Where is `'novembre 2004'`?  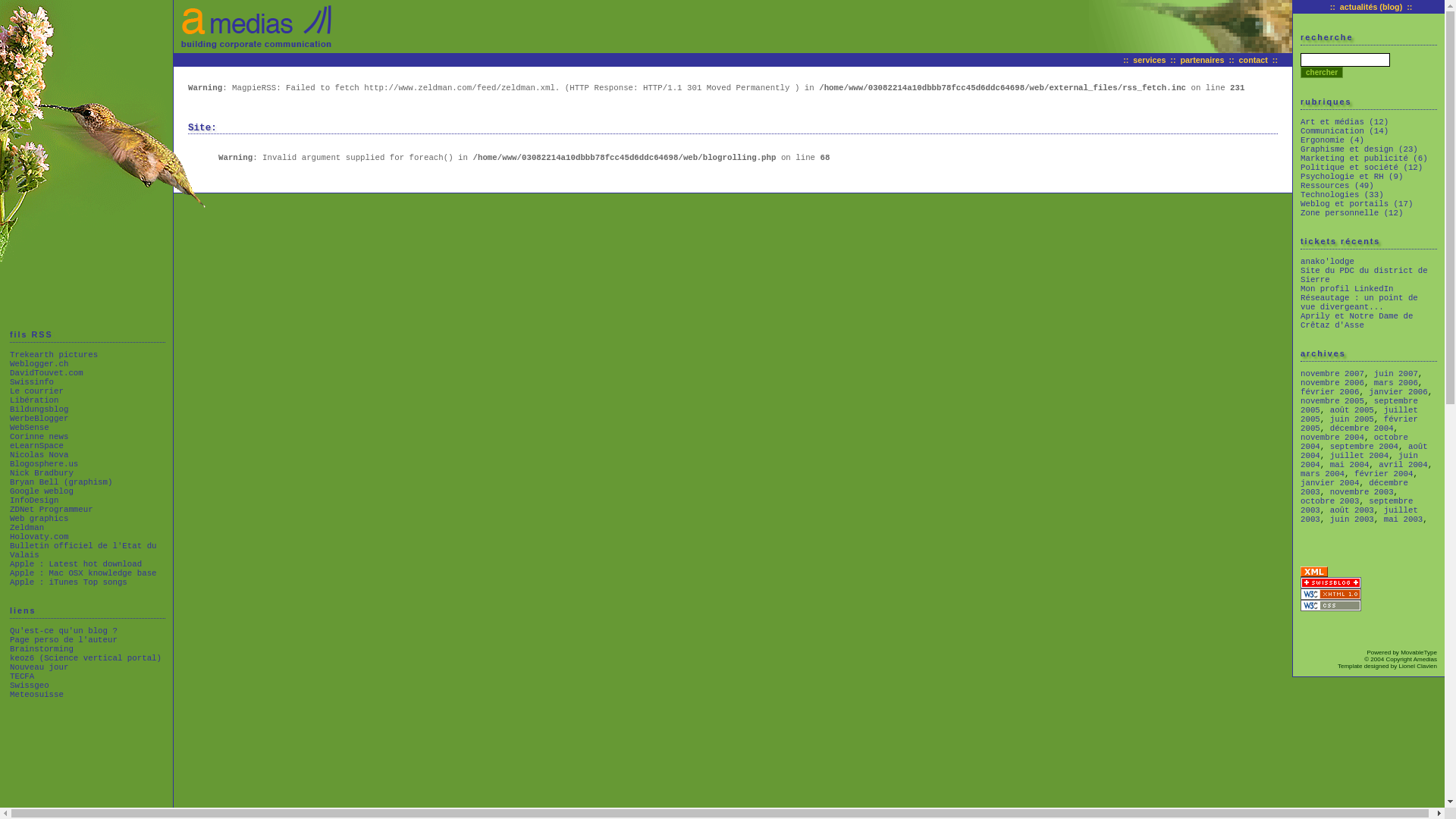 'novembre 2004' is located at coordinates (1331, 438).